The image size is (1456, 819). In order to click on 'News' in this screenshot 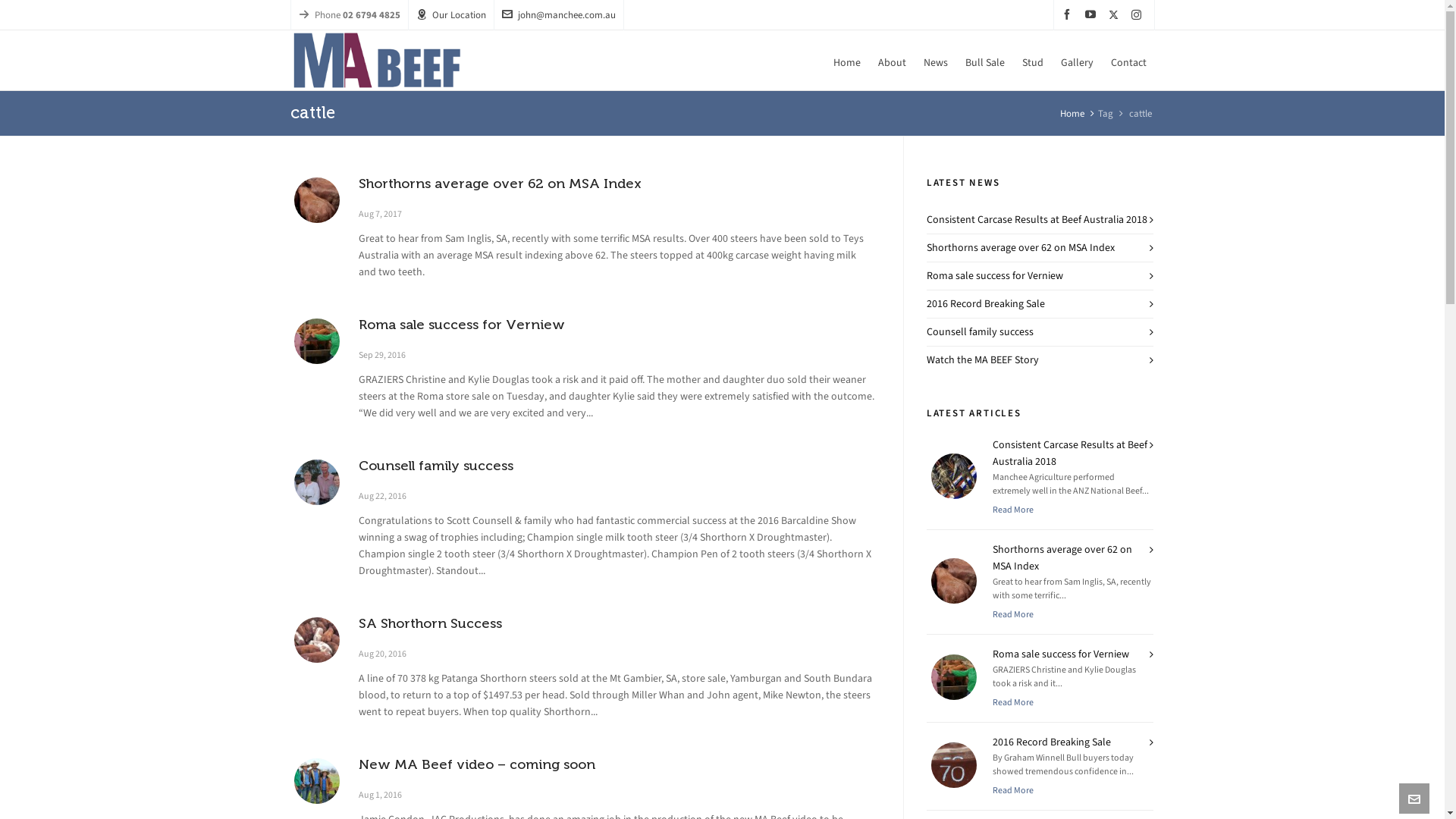, I will do `click(934, 60)`.